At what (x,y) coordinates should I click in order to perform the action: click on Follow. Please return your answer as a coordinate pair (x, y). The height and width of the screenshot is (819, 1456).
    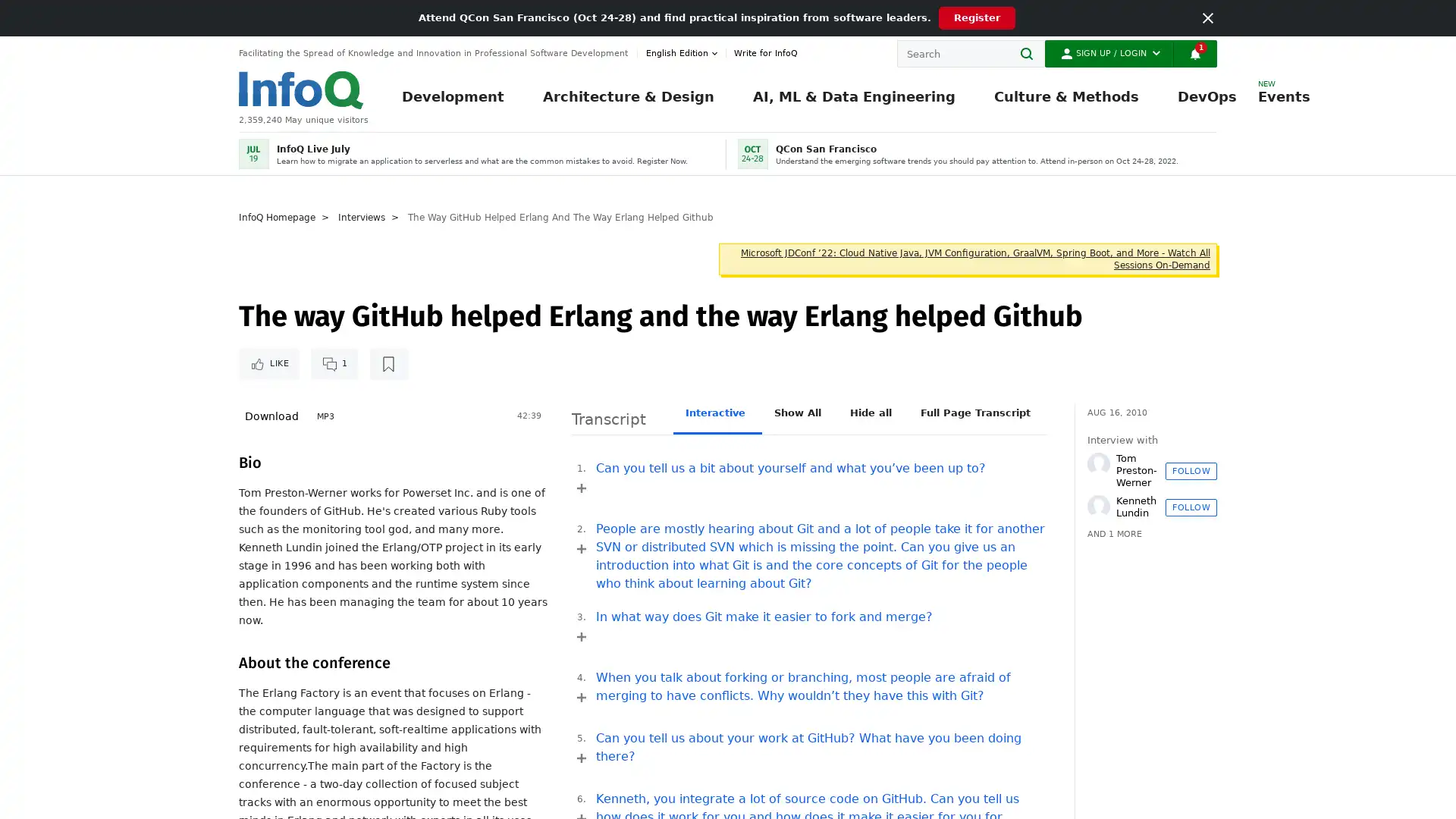
    Looking at the image, I should click on (1190, 507).